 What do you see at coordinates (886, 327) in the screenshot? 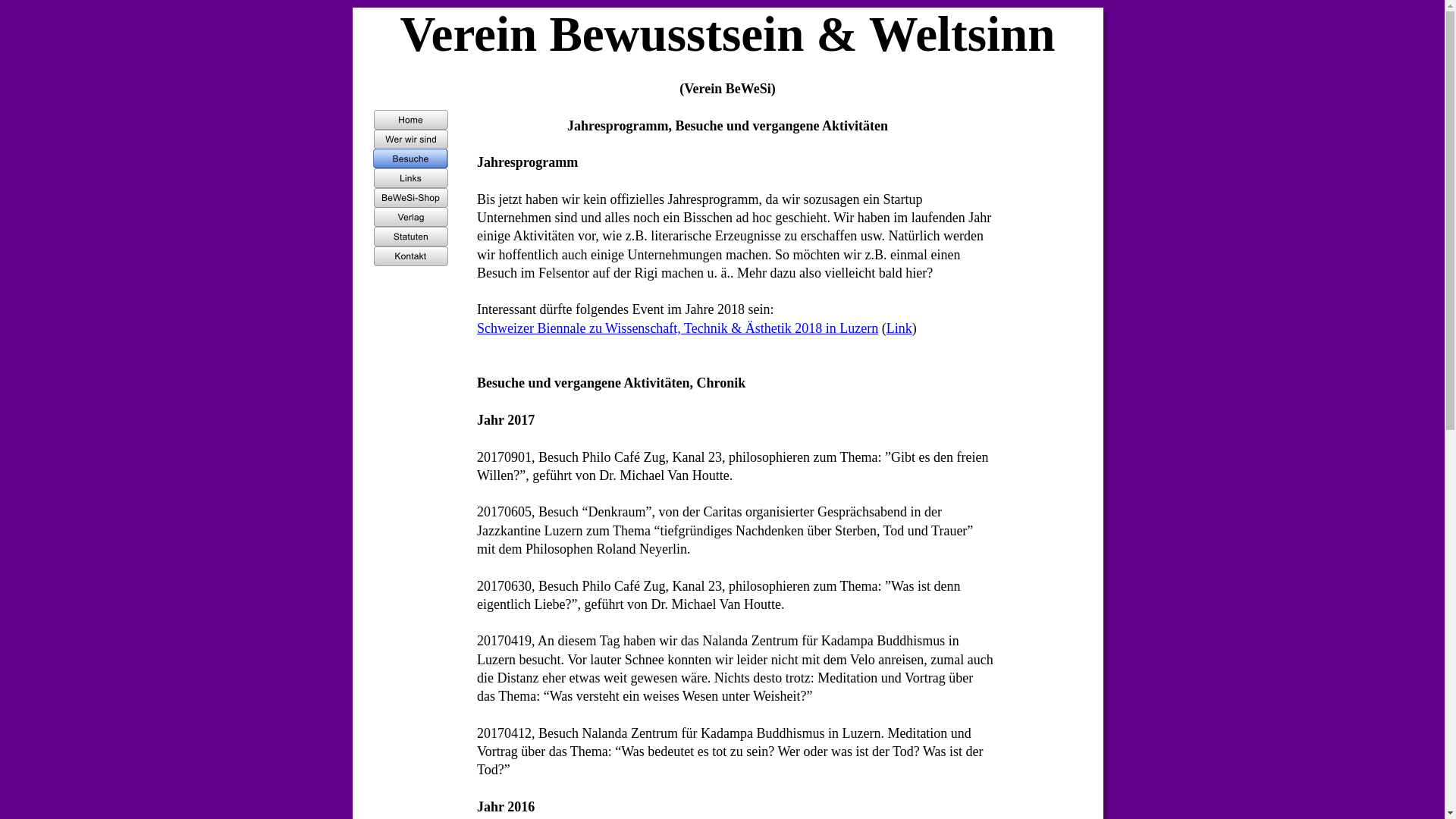
I see `'Link'` at bounding box center [886, 327].